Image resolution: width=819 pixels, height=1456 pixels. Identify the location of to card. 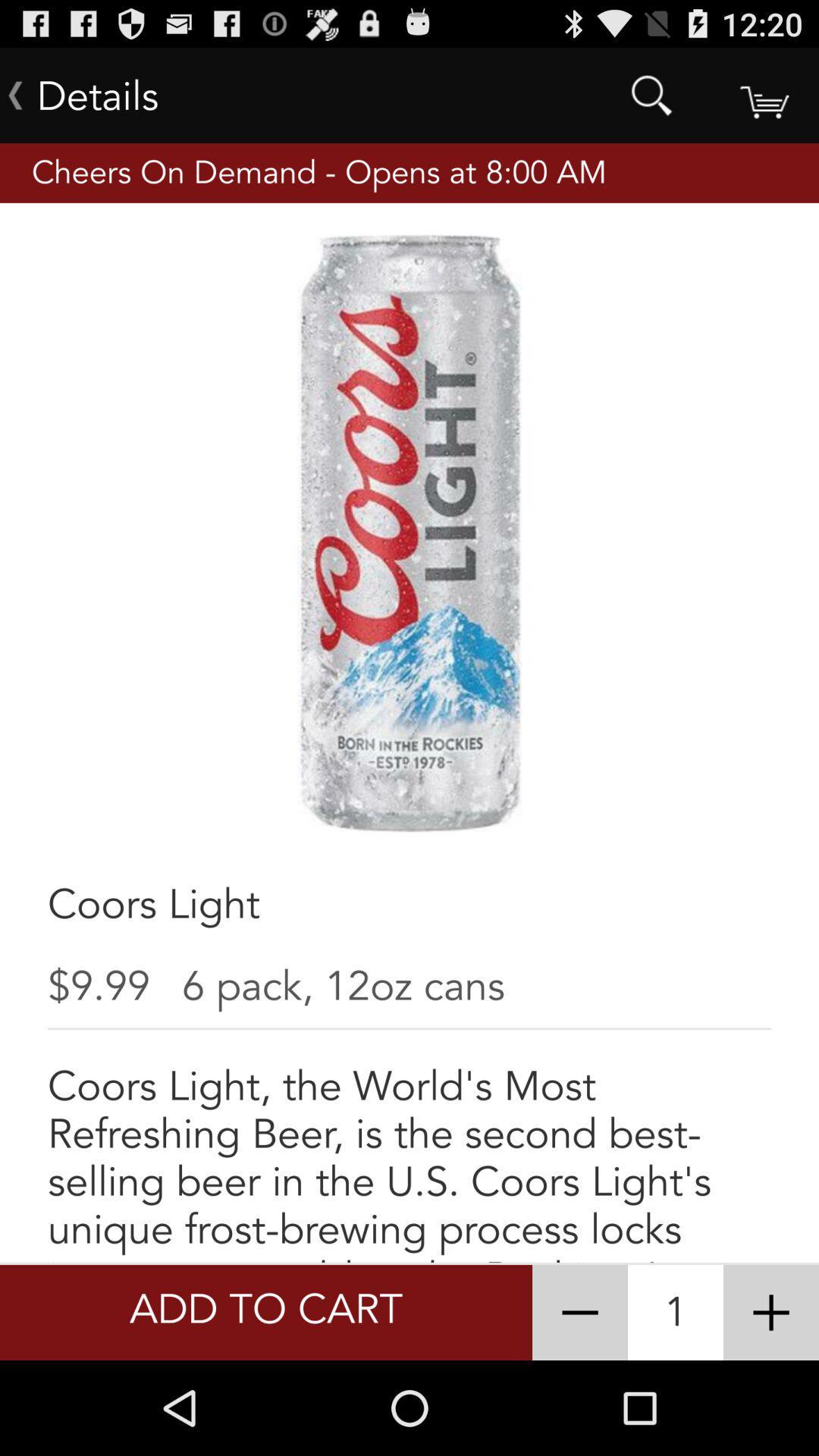
(763, 94).